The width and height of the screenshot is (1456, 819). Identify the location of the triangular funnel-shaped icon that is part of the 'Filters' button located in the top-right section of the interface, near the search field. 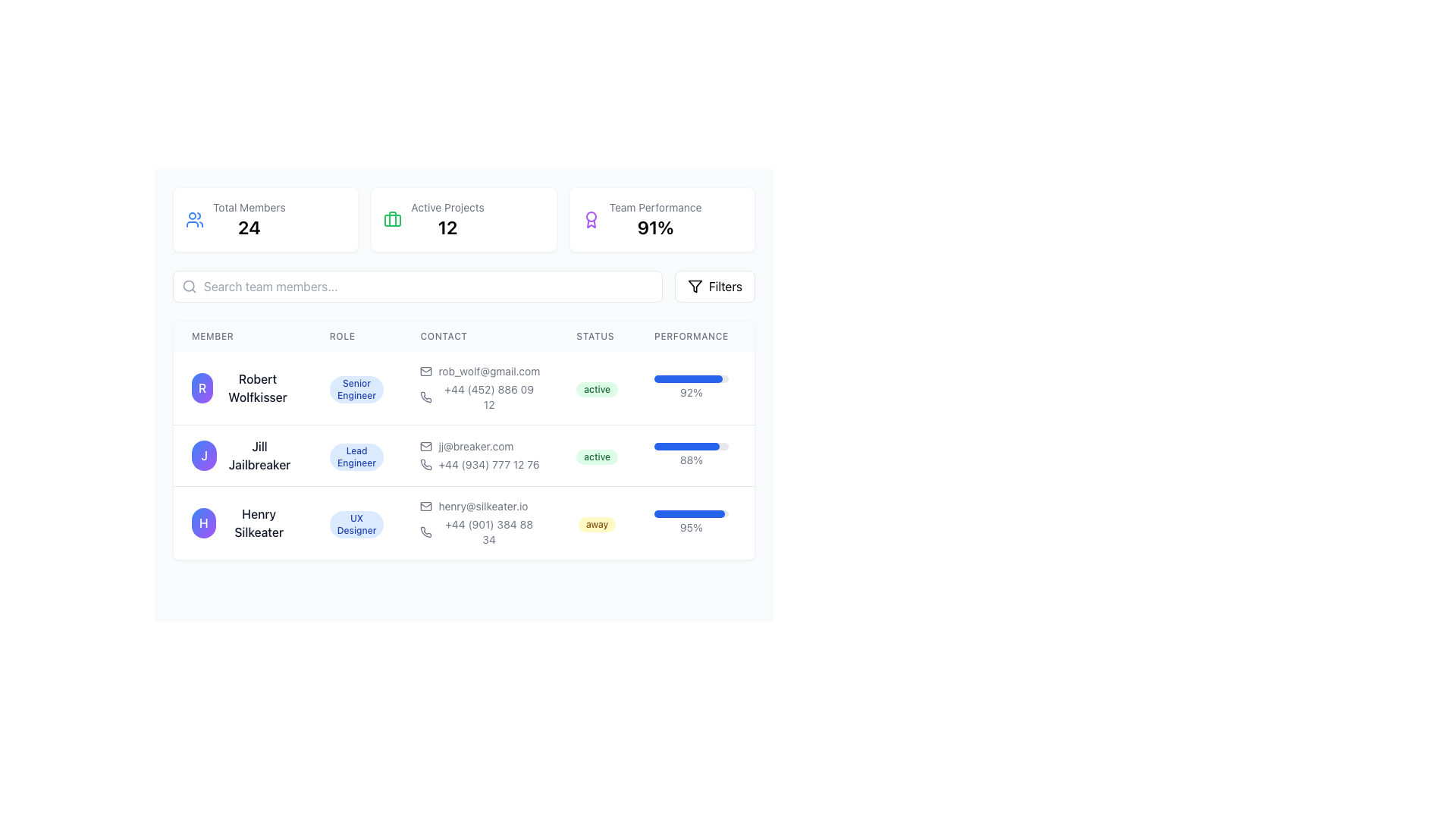
(694, 287).